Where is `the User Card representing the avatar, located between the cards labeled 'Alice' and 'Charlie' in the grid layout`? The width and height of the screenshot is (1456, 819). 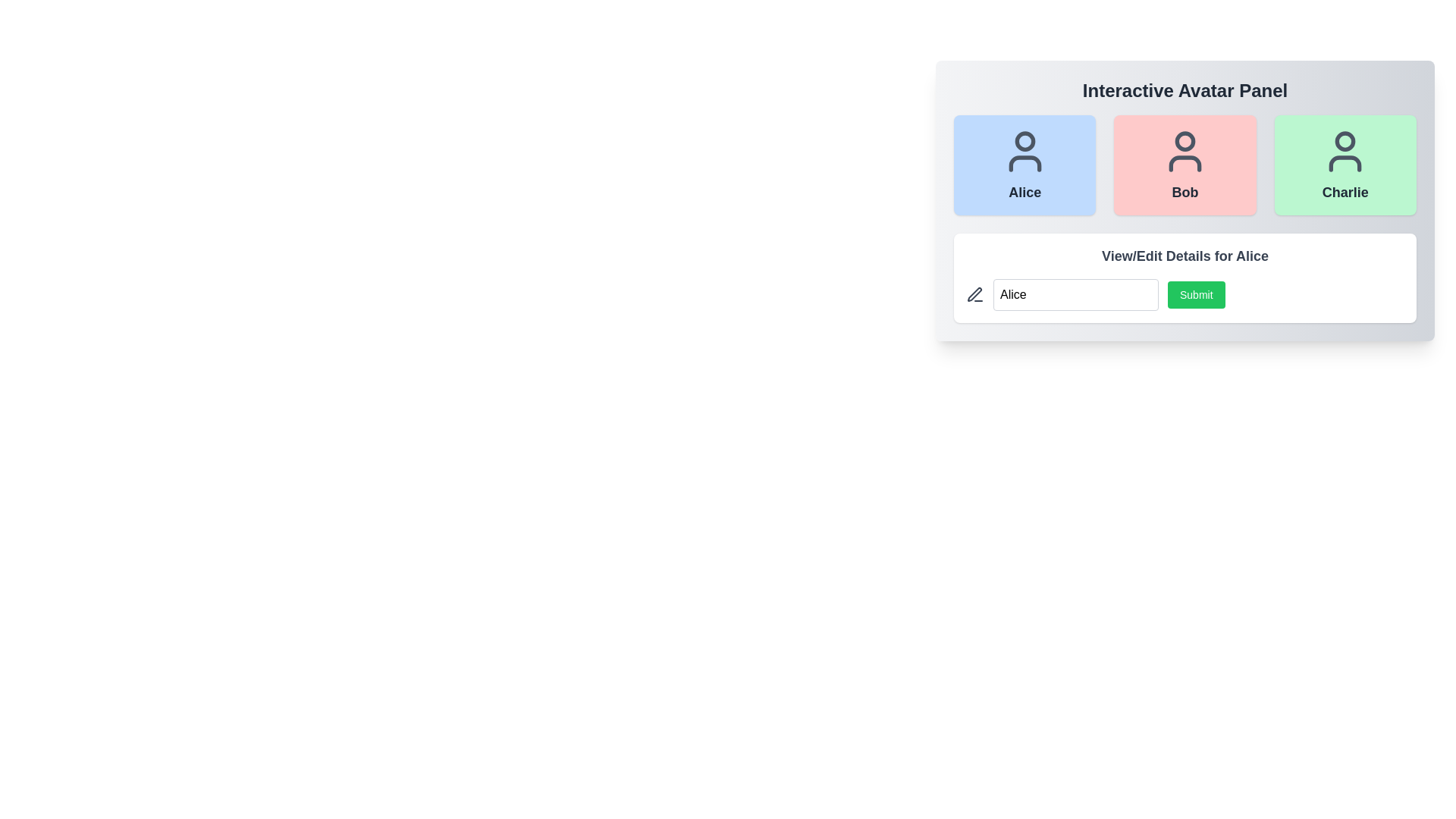 the User Card representing the avatar, located between the cards labeled 'Alice' and 'Charlie' in the grid layout is located at coordinates (1185, 165).